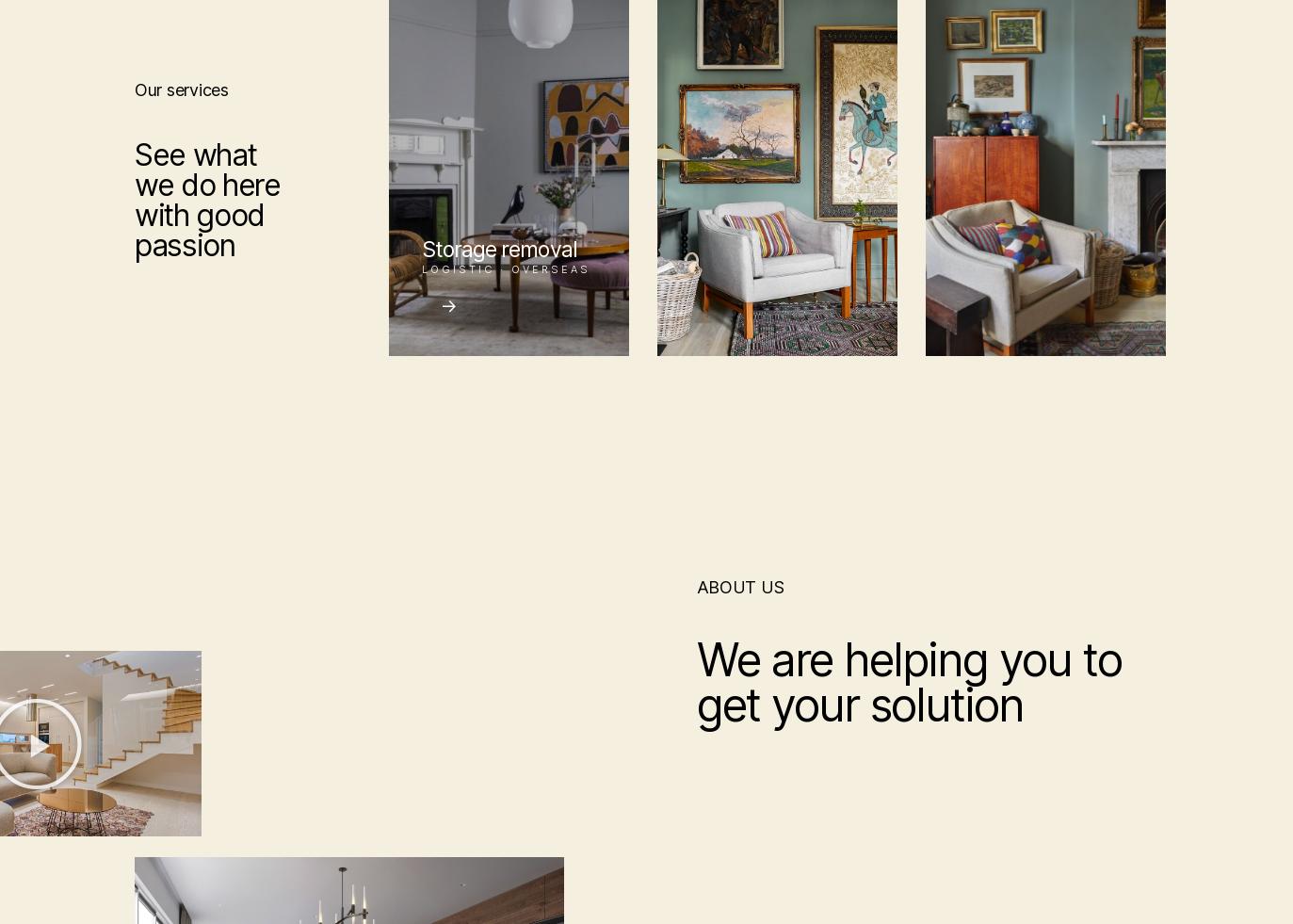  I want to click on 'WPTB', so click(168, 912).